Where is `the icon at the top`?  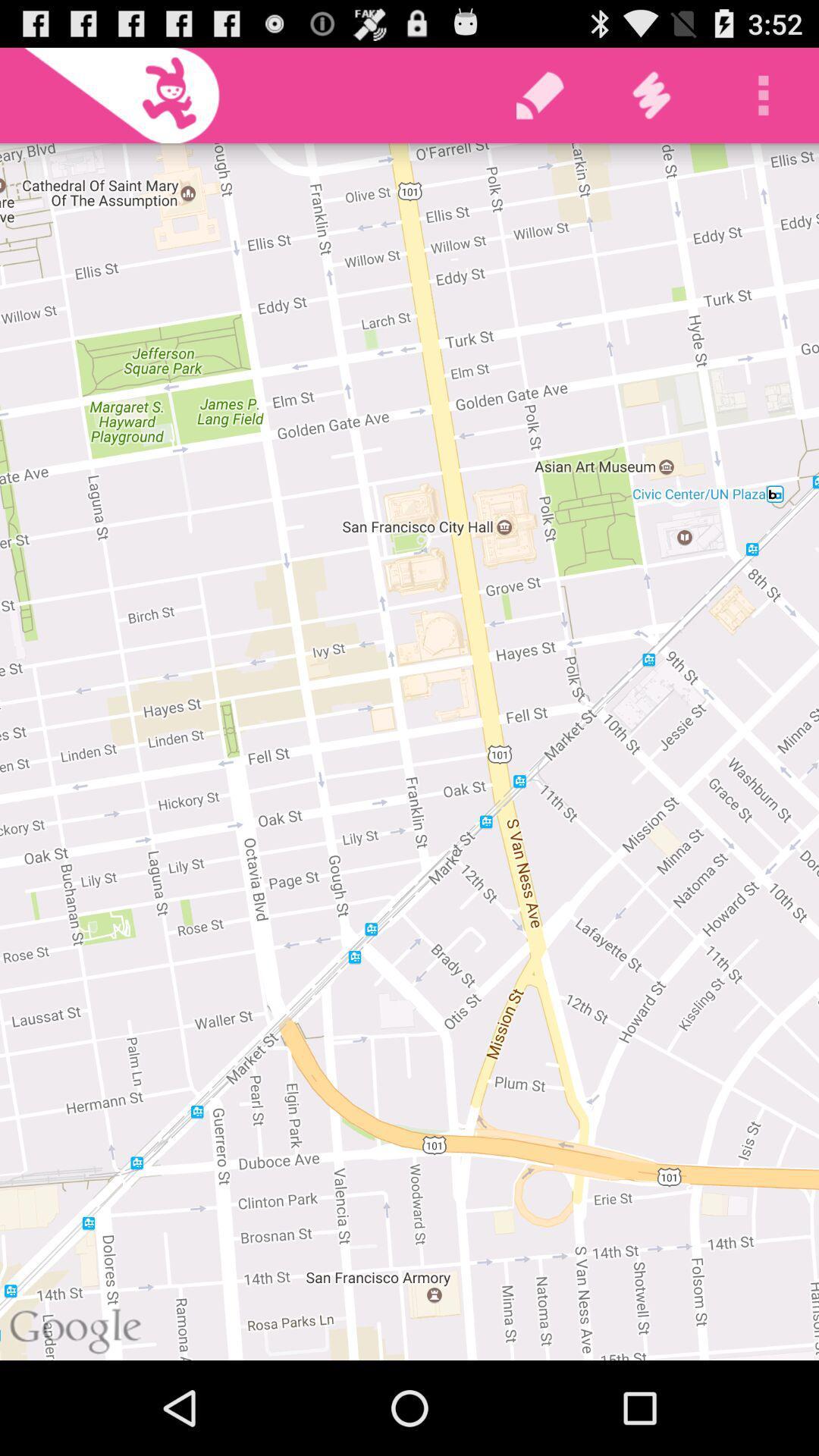 the icon at the top is located at coordinates (539, 94).